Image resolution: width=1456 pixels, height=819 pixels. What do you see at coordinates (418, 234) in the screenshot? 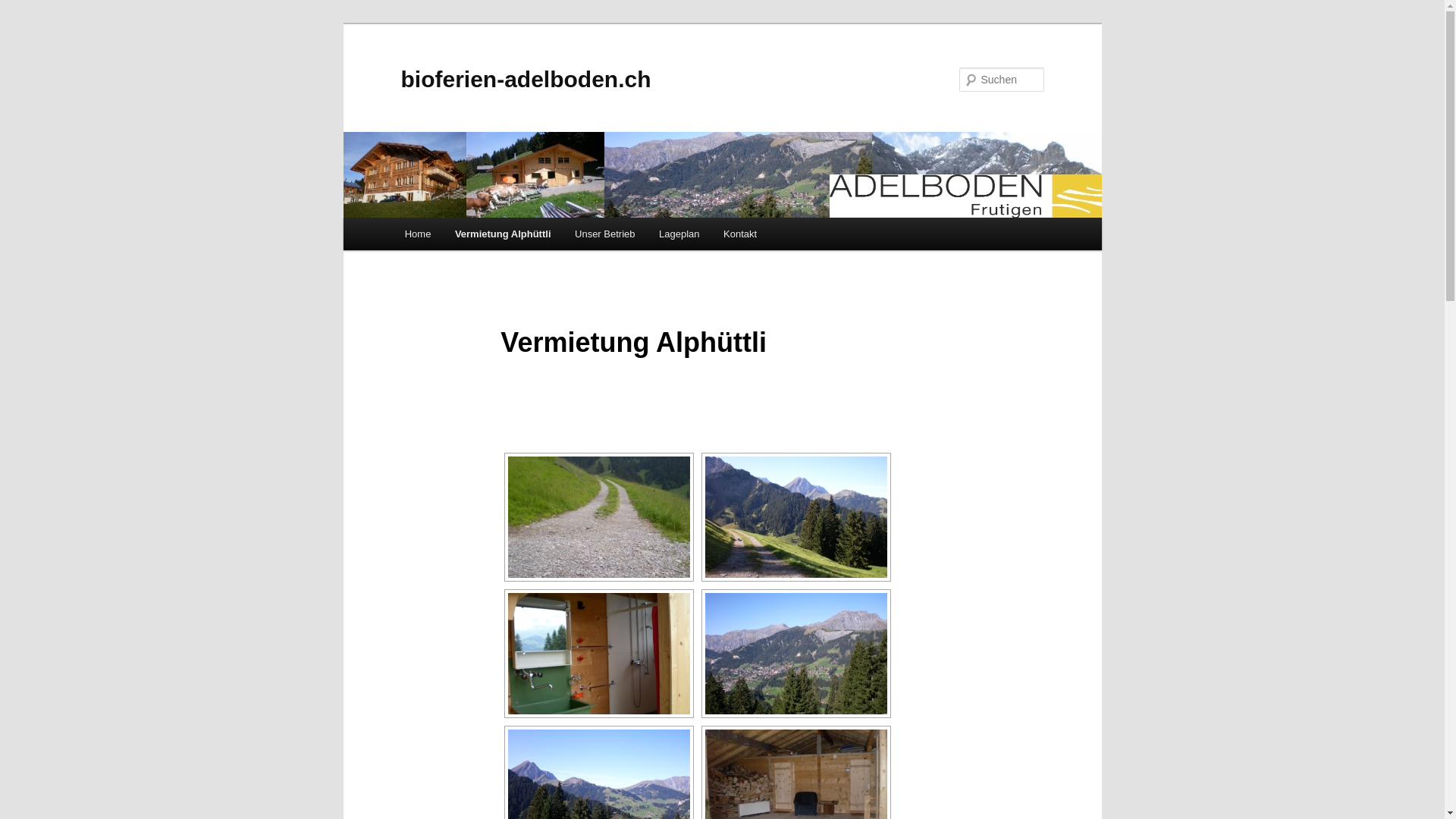
I see `'Home'` at bounding box center [418, 234].